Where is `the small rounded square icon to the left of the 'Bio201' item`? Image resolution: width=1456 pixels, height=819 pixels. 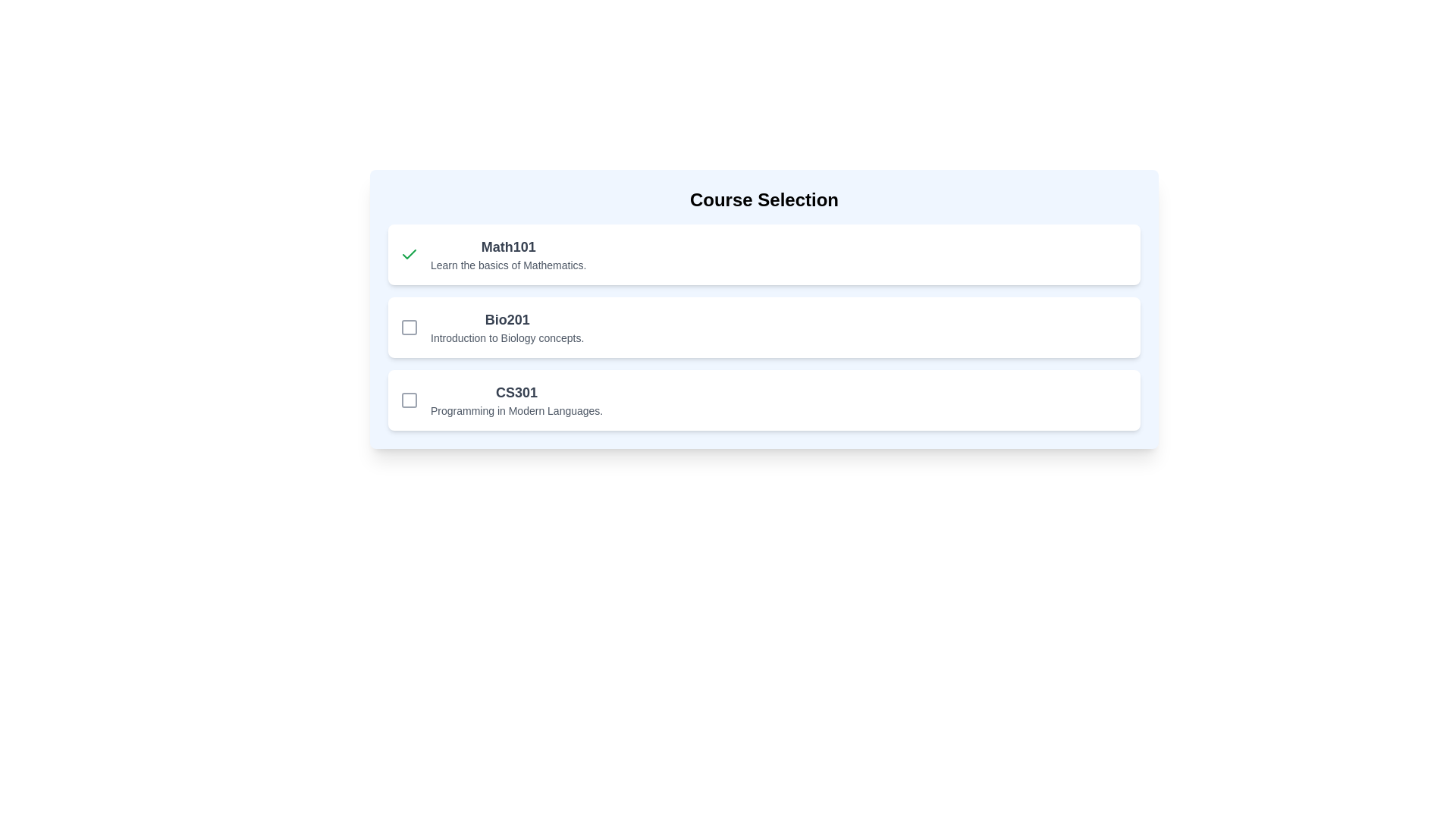
the small rounded square icon to the left of the 'Bio201' item is located at coordinates (409, 327).